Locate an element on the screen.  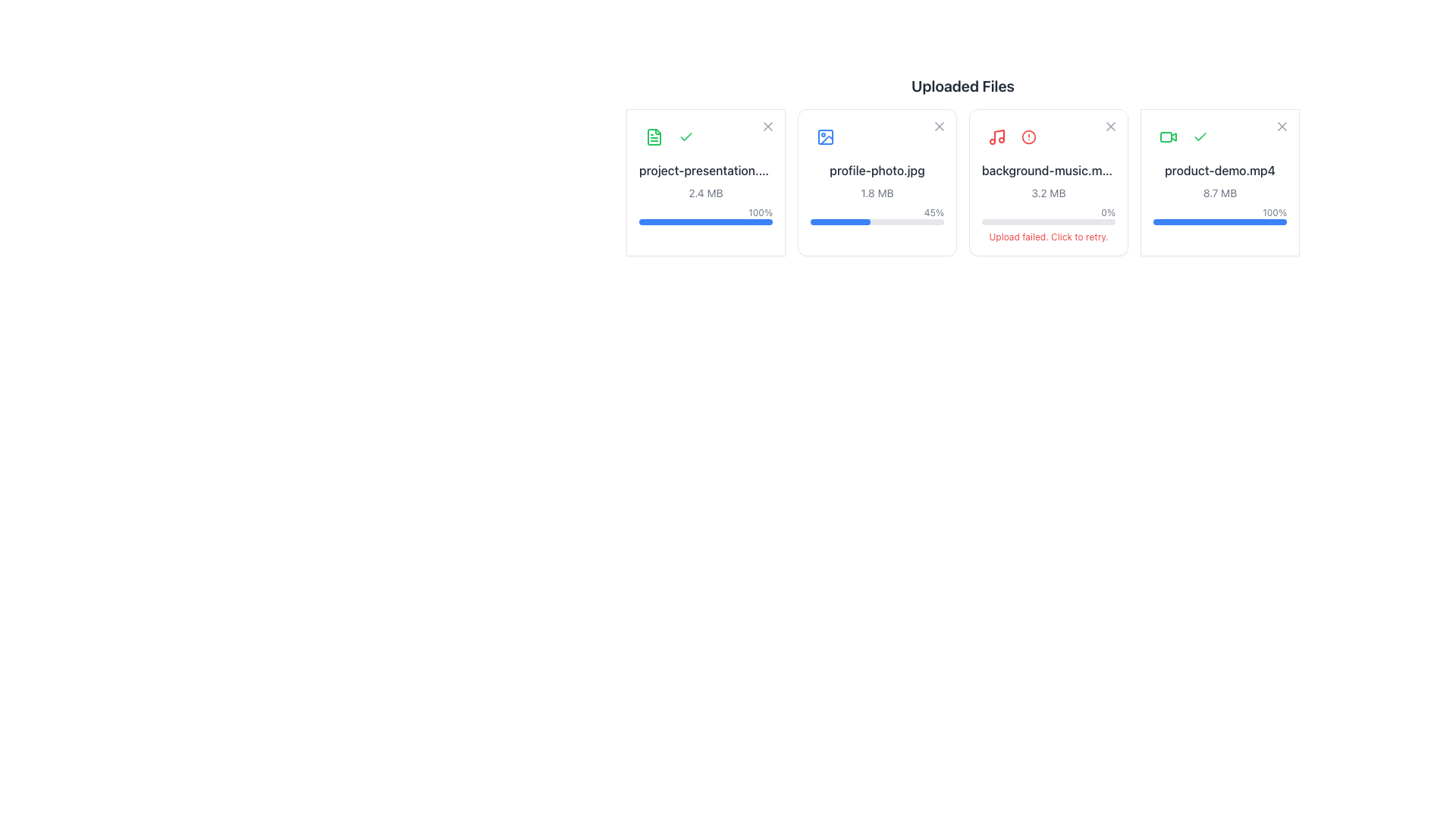
the close or delete button located at the top-right corner of the card for 'profile-photo.jpg' in the 'Uploaded Files' section is located at coordinates (938, 127).